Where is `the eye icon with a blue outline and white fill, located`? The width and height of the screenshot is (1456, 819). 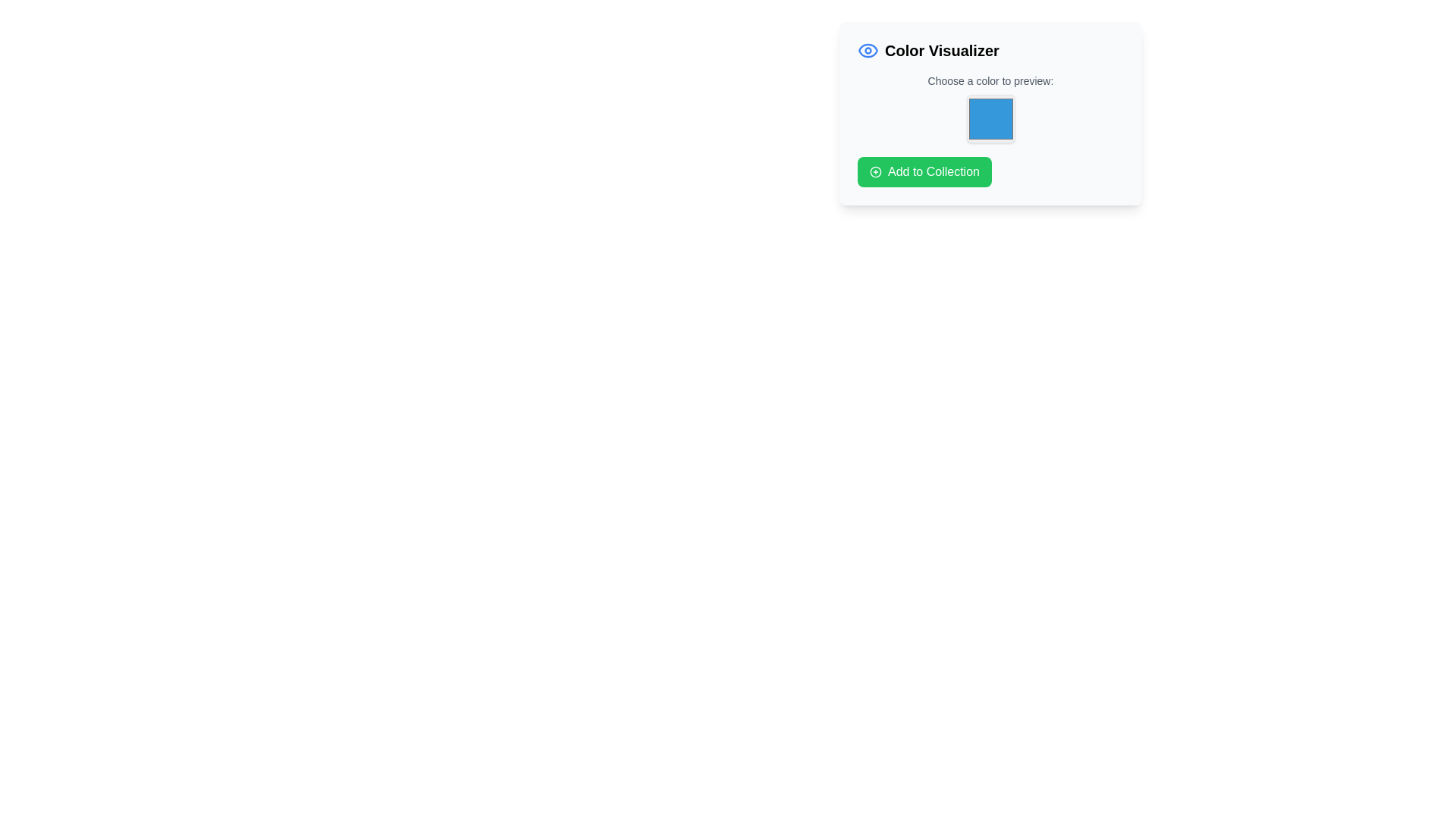 the eye icon with a blue outline and white fill, located is located at coordinates (868, 49).